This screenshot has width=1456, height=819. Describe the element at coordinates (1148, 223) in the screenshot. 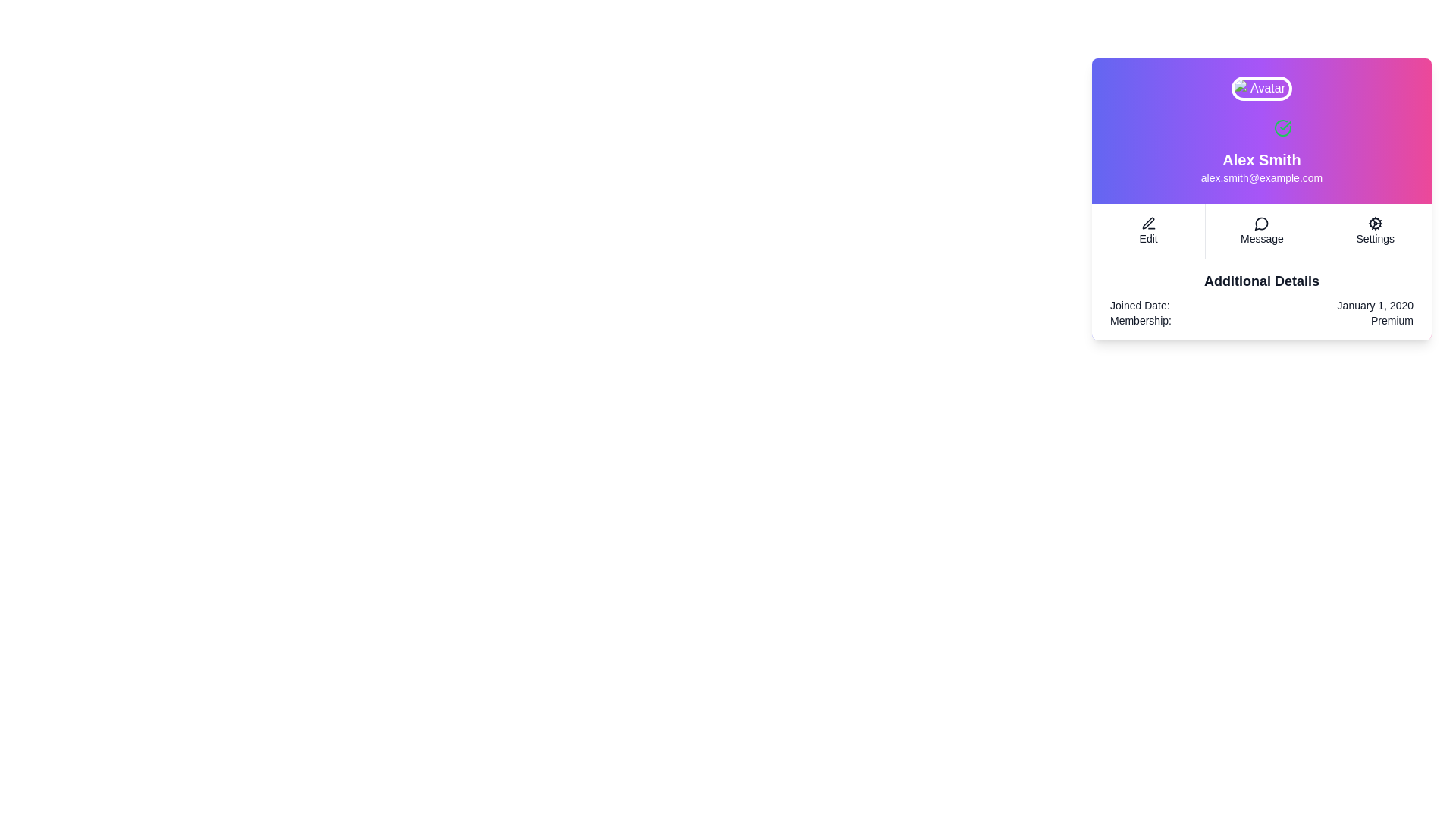

I see `the stylized pen icon in the 'Edit' option of the interface` at that location.